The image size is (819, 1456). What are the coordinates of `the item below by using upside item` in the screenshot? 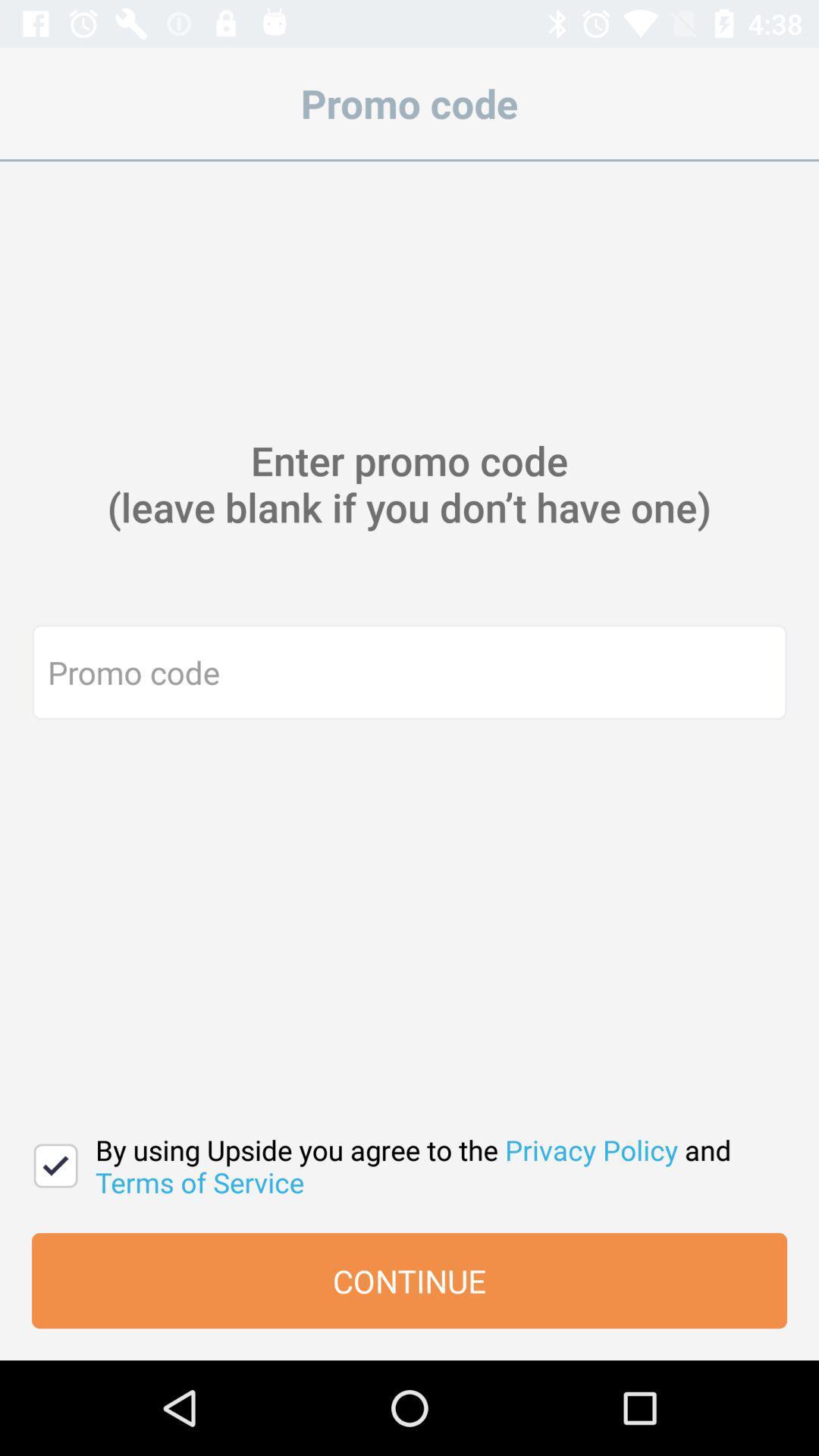 It's located at (409, 1280).